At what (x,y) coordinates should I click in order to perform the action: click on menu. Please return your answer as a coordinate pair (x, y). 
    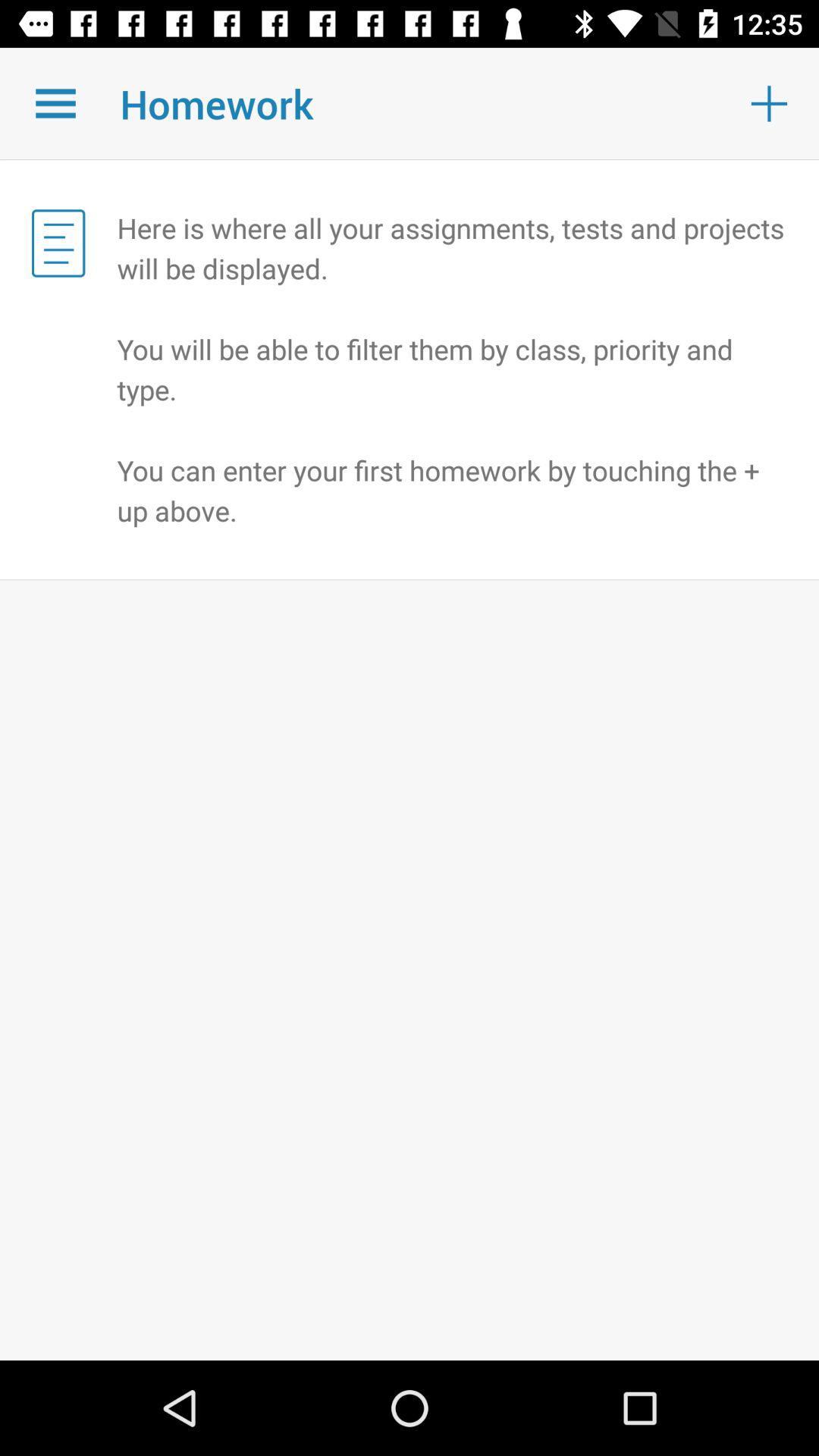
    Looking at the image, I should click on (55, 102).